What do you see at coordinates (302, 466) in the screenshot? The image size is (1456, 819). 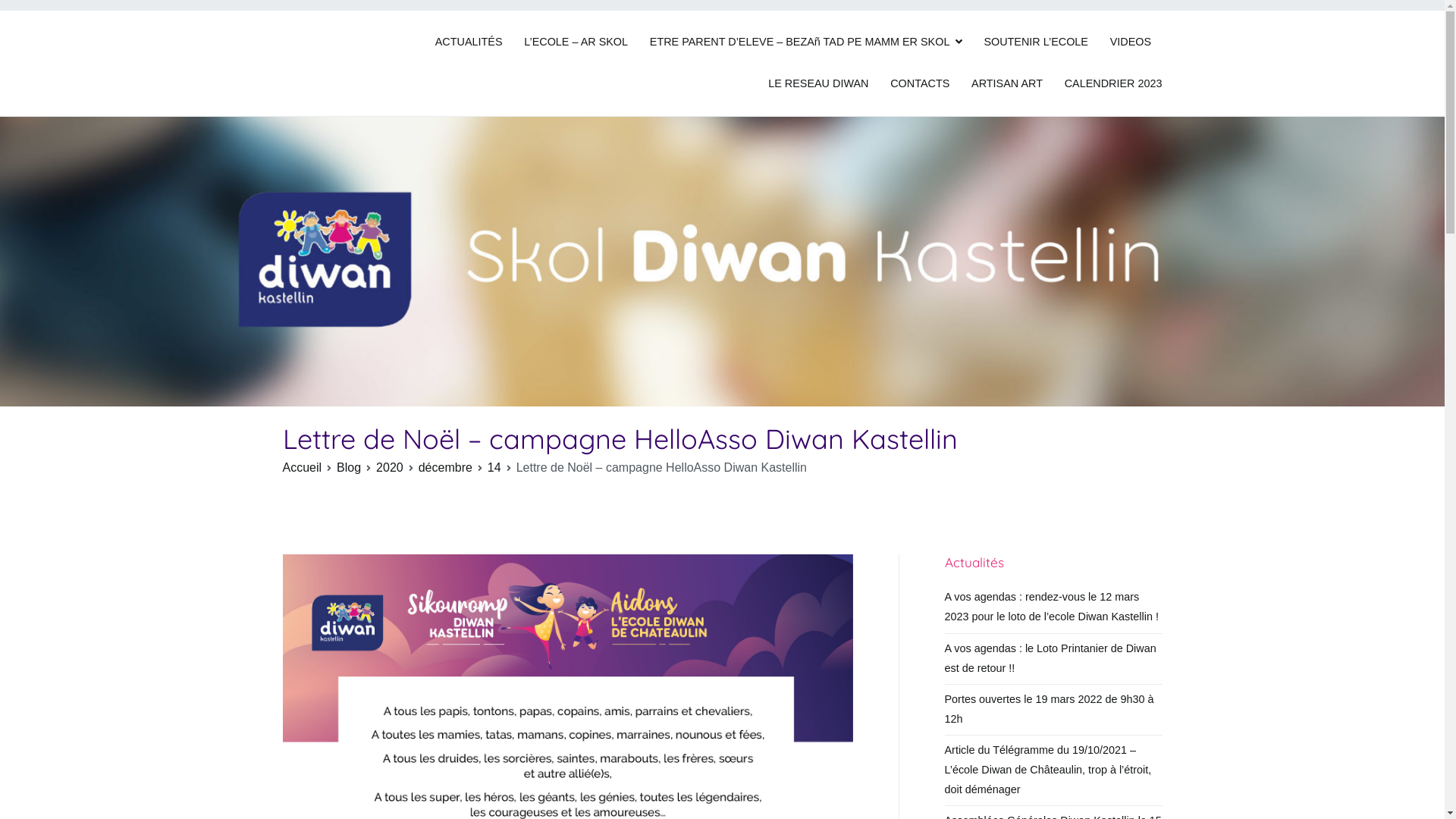 I see `'Accueil'` at bounding box center [302, 466].